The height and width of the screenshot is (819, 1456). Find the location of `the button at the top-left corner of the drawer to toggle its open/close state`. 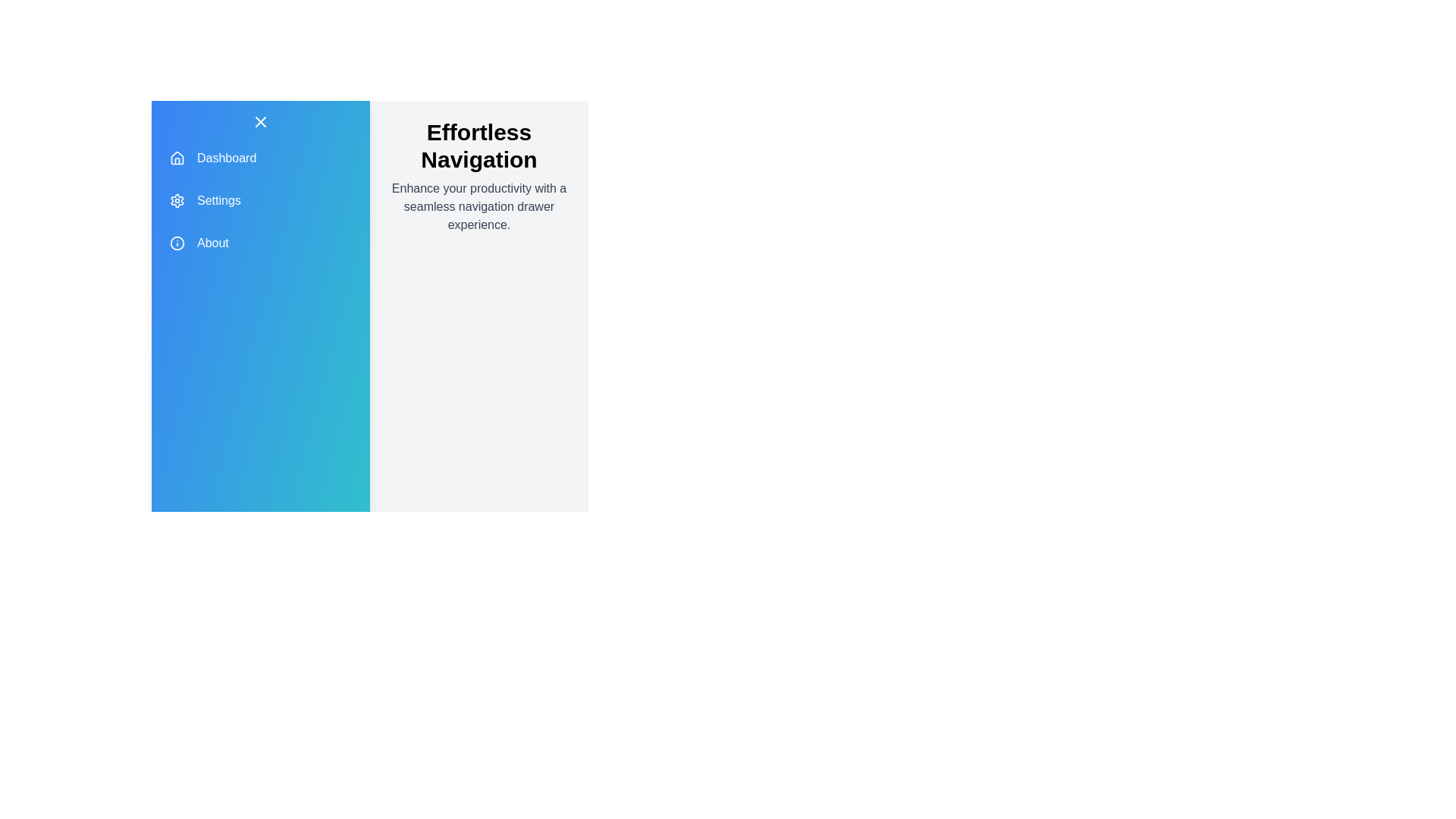

the button at the top-left corner of the drawer to toggle its open/close state is located at coordinates (261, 121).